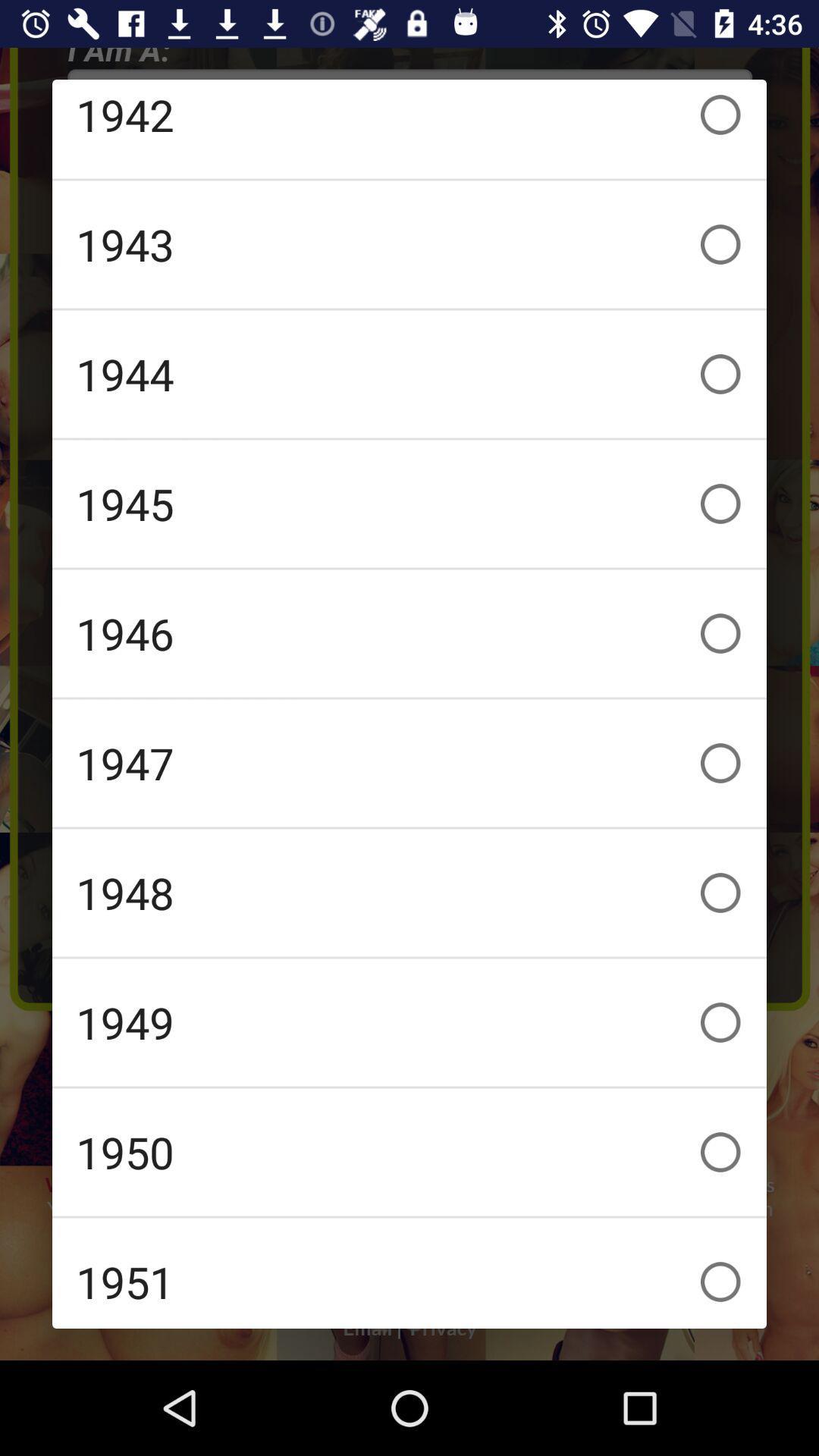 This screenshot has height=1456, width=819. What do you see at coordinates (409, 244) in the screenshot?
I see `1943` at bounding box center [409, 244].